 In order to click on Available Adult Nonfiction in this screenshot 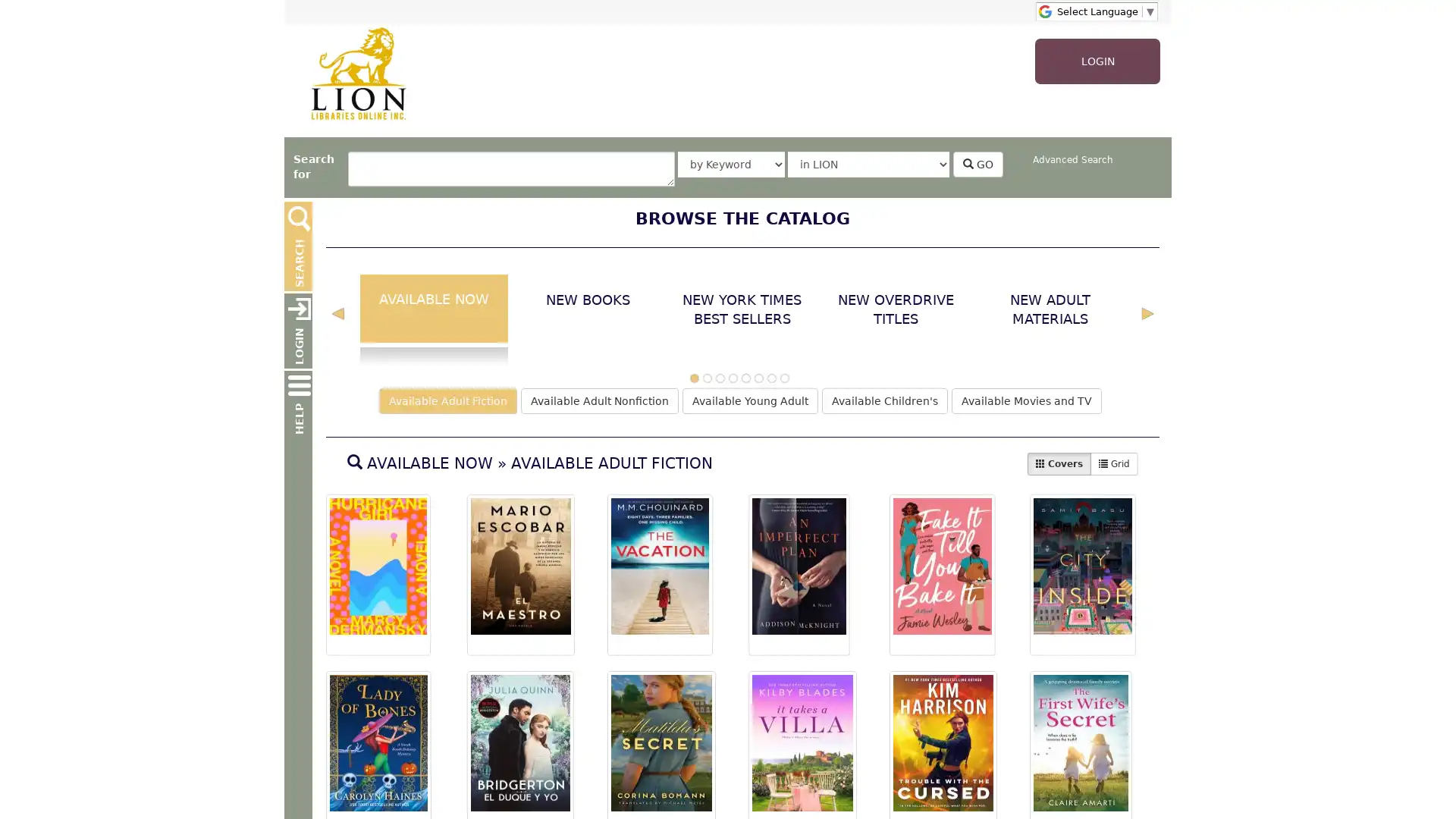, I will do `click(599, 400)`.